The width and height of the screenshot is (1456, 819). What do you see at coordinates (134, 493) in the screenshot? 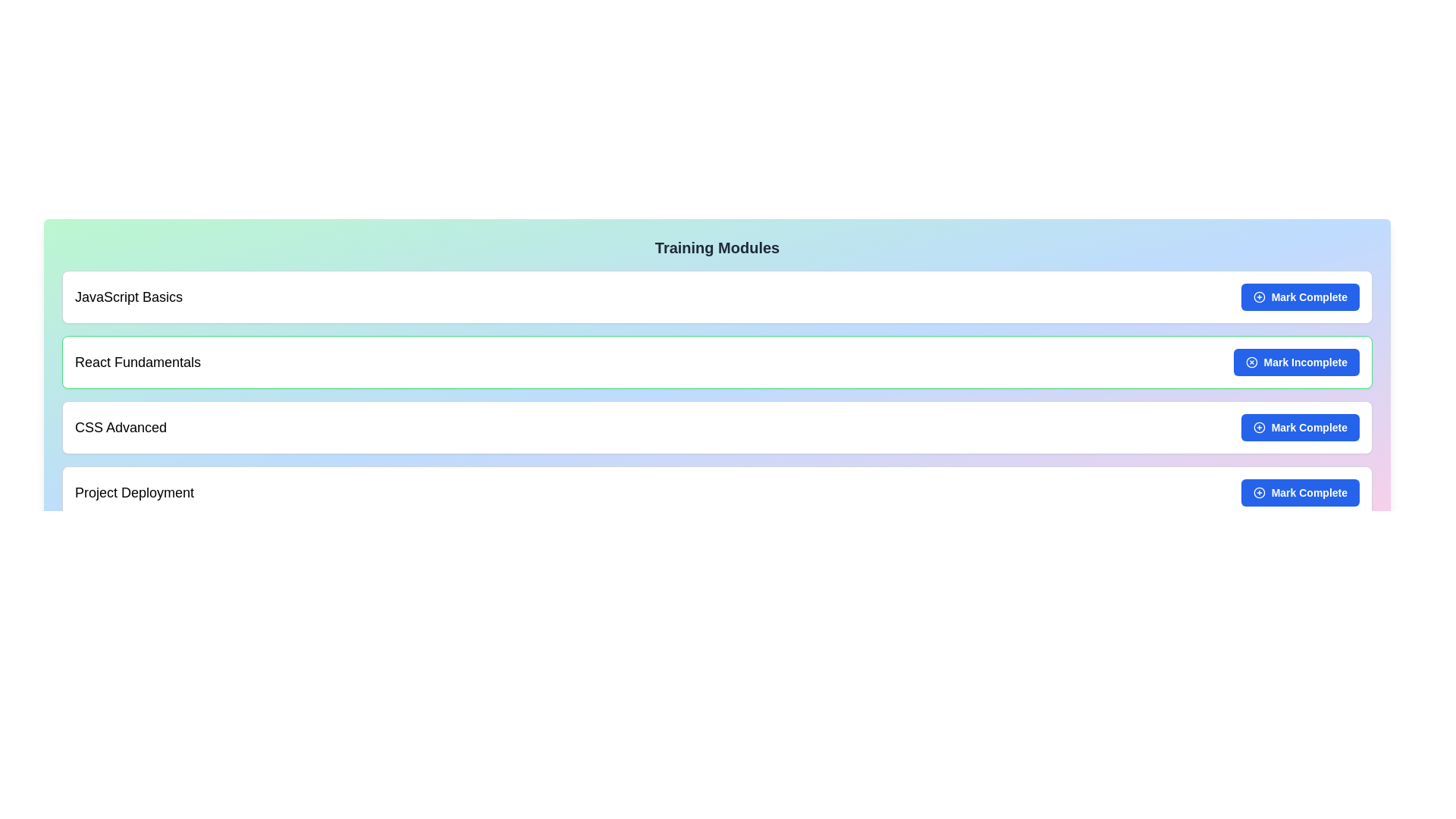
I see `the associated module` at bounding box center [134, 493].